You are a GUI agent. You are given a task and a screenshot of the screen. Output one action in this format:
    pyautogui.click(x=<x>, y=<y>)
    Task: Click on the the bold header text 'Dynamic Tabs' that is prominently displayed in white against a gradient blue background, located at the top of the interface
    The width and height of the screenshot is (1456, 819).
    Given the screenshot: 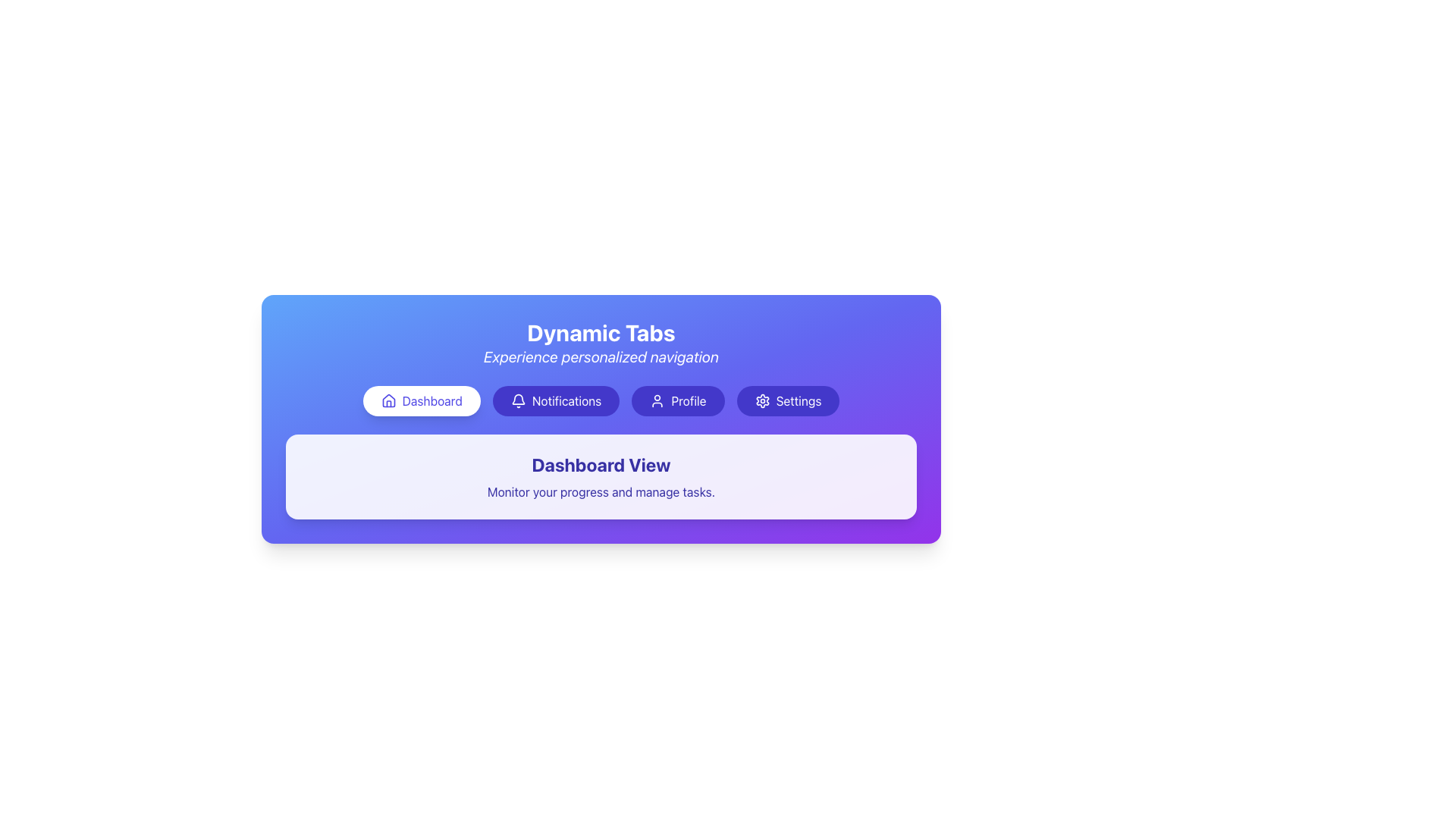 What is the action you would take?
    pyautogui.click(x=600, y=332)
    